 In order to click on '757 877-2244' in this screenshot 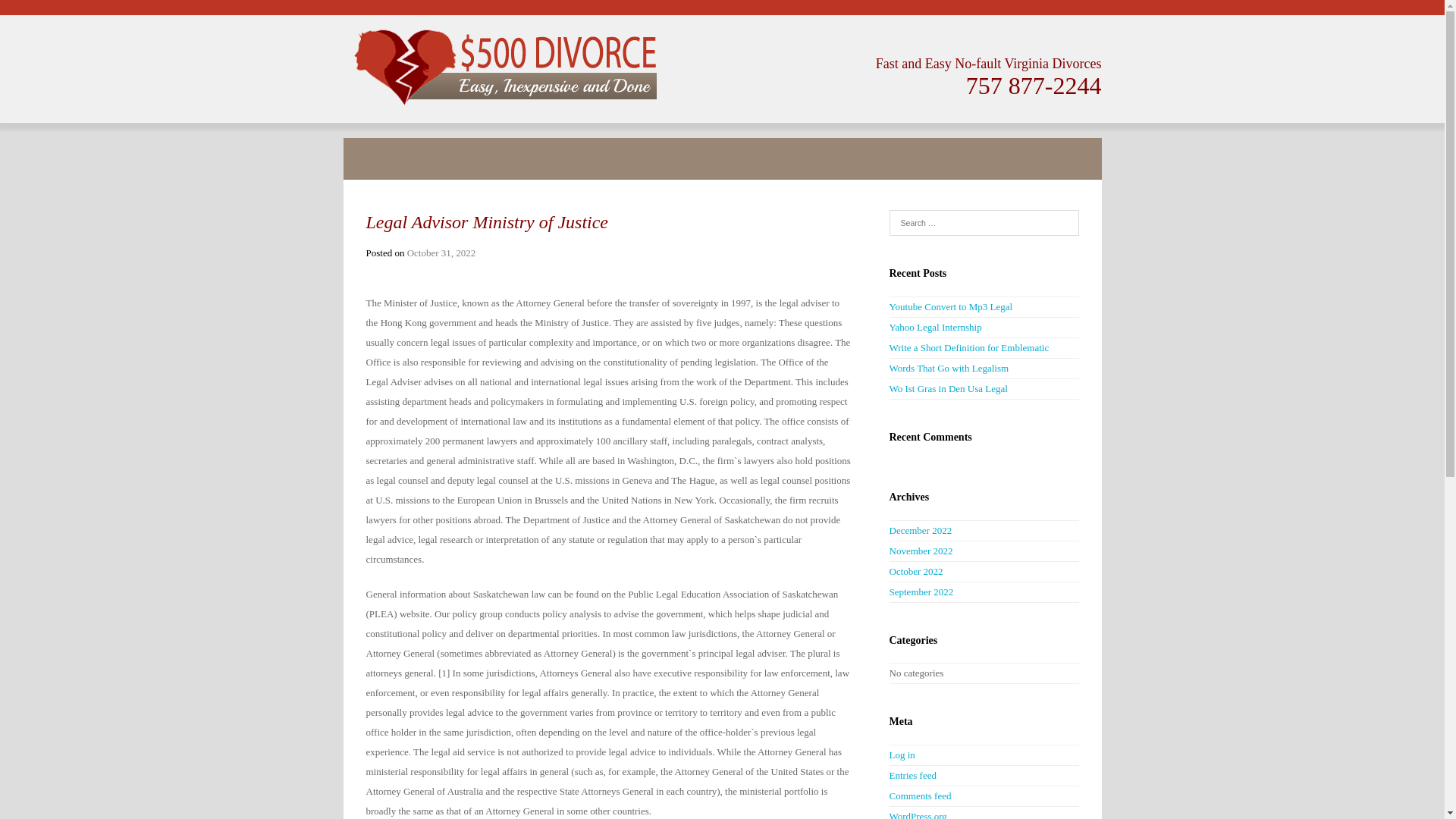, I will do `click(1033, 85)`.